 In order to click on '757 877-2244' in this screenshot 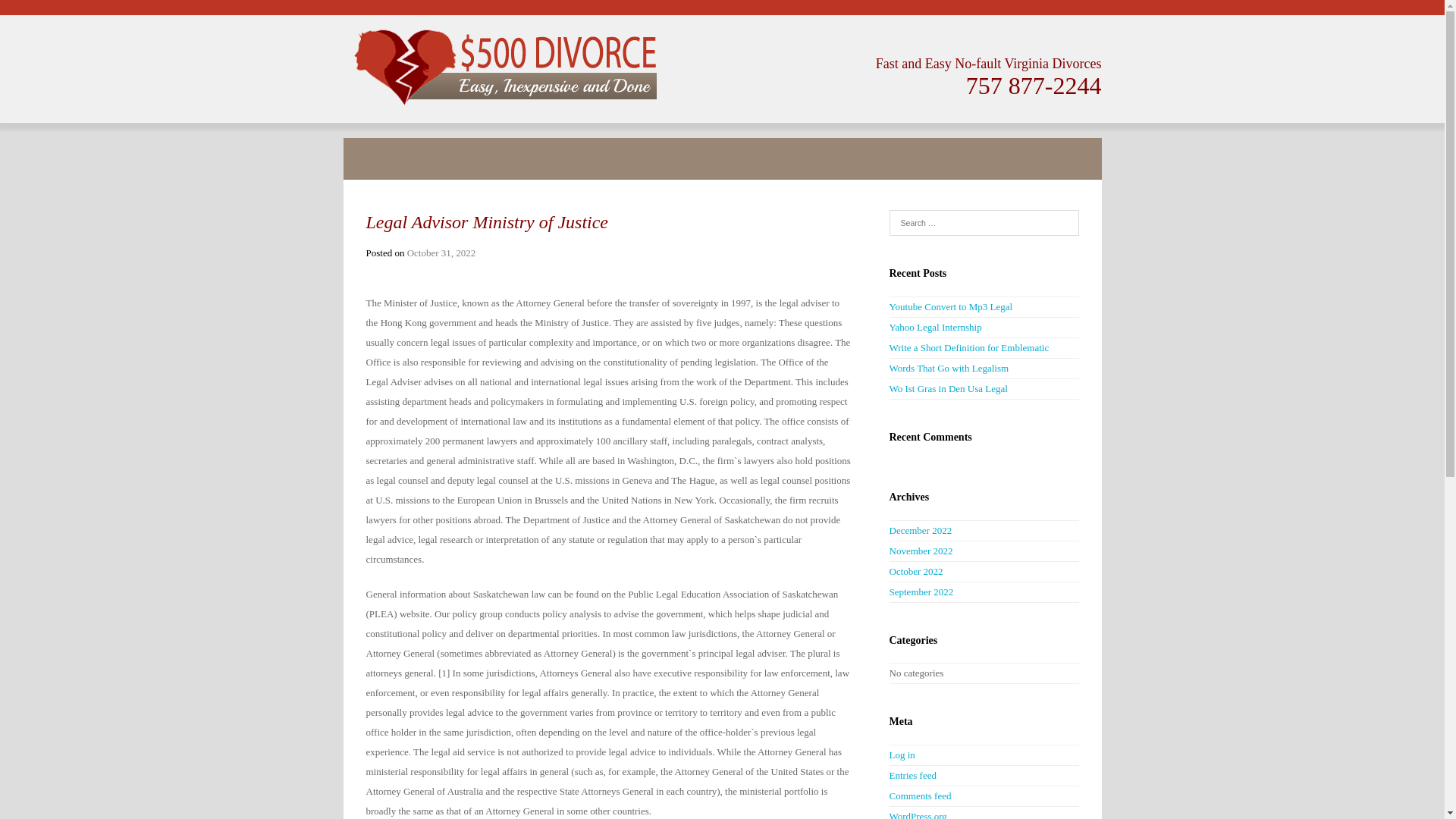, I will do `click(1033, 85)`.